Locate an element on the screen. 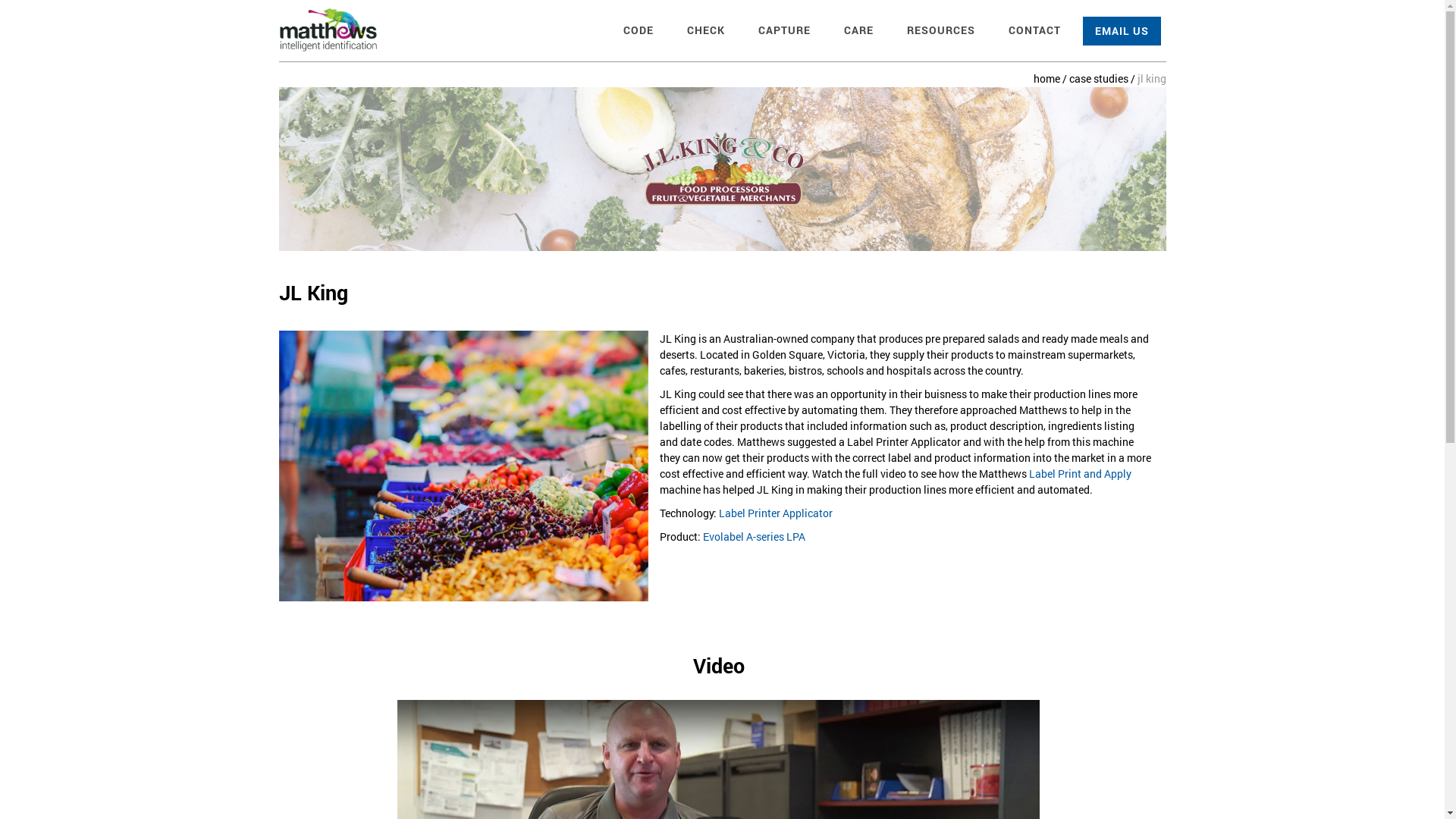 The width and height of the screenshot is (1456, 819). 'EMAIL US' is located at coordinates (1122, 31).